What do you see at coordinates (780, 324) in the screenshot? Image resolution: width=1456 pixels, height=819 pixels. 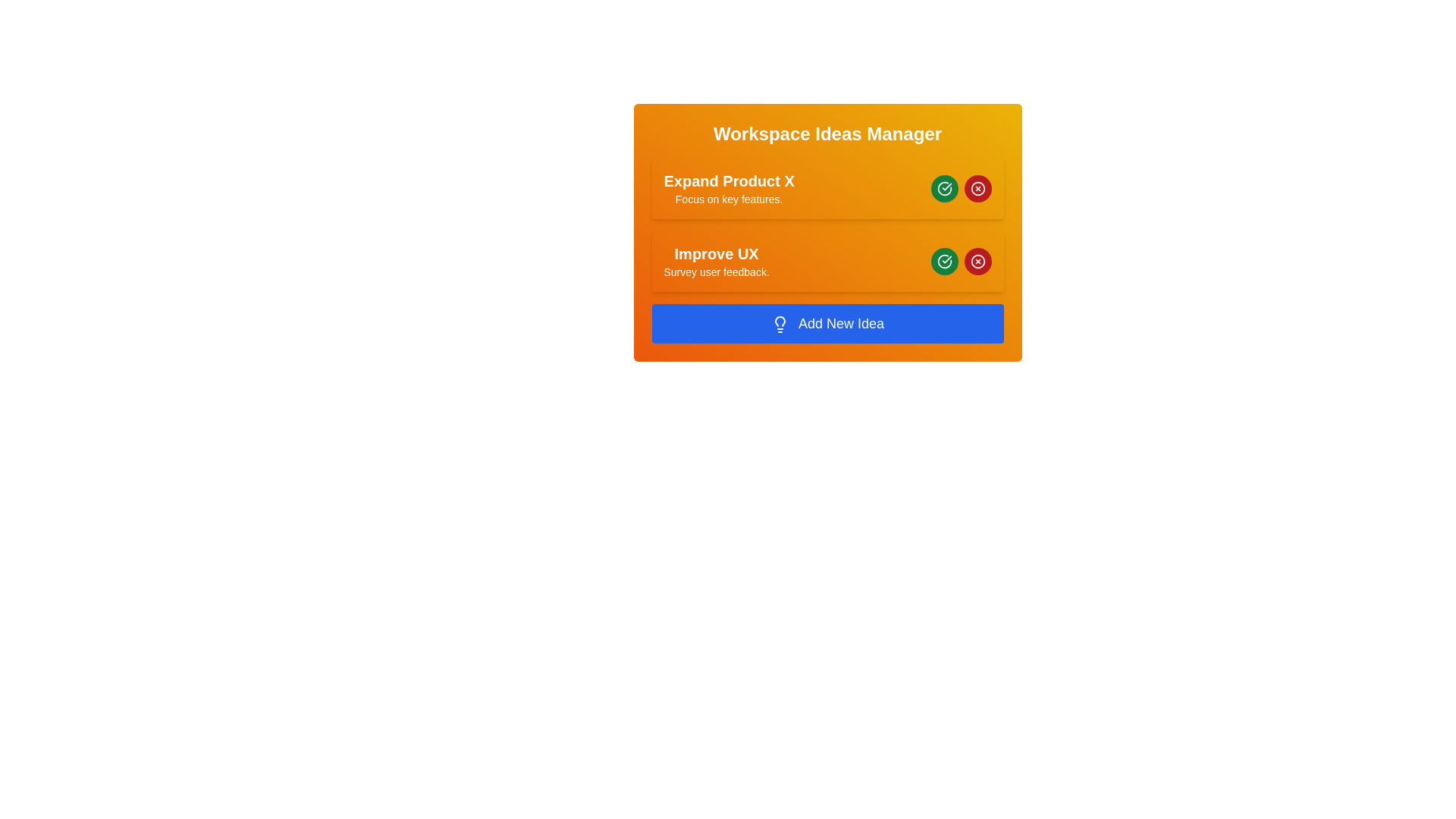 I see `the icon that represents 'Add New Idea' located within the button at the bottom part of a card-like component, which is left-aligned and slightly offset from the left edge` at bounding box center [780, 324].